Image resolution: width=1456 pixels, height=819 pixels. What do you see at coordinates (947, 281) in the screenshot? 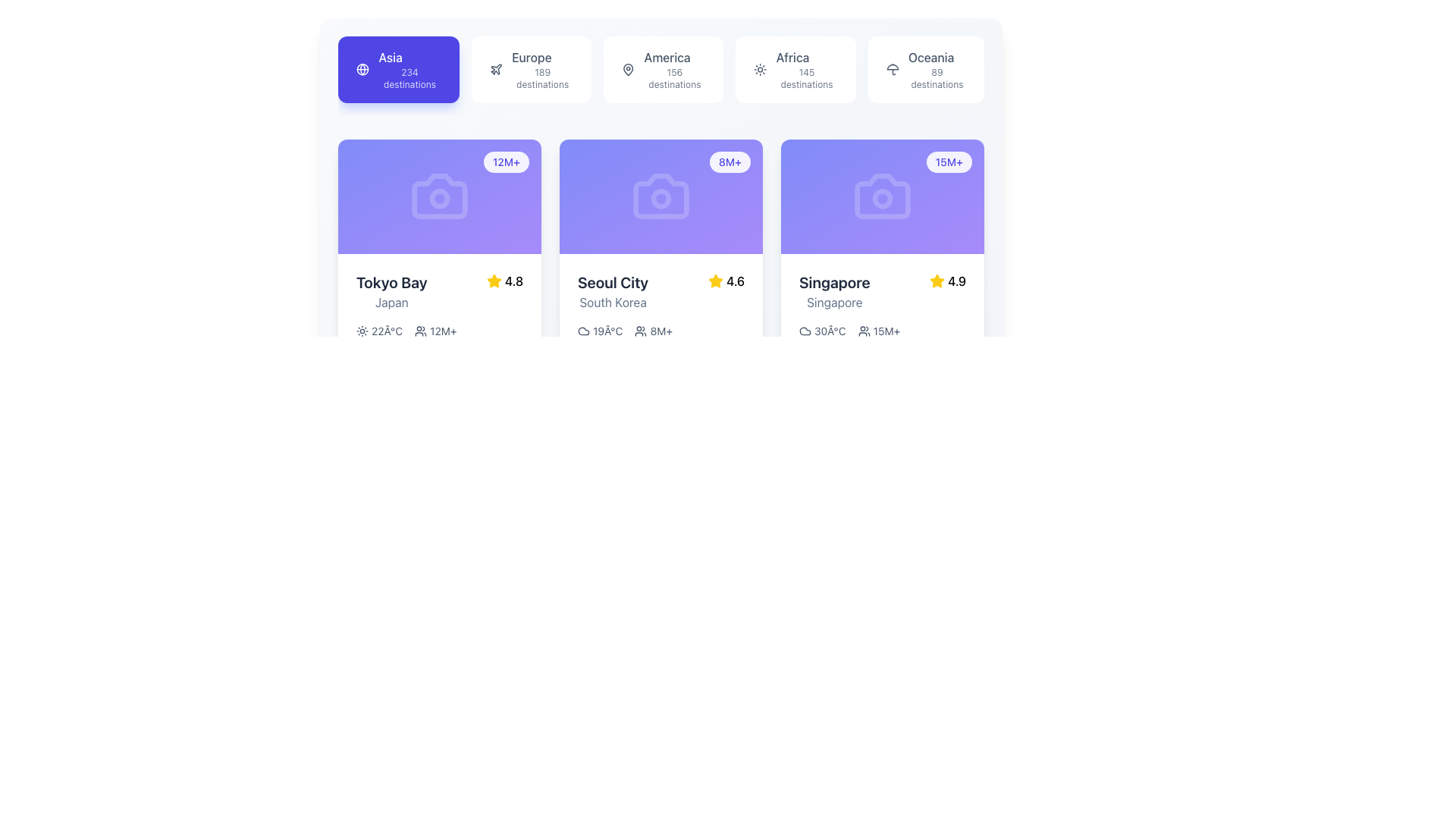
I see `the rating display element featuring a yellow star icon and the text '4.9', located at the bottom right corner of the 'Singapore' card` at bounding box center [947, 281].